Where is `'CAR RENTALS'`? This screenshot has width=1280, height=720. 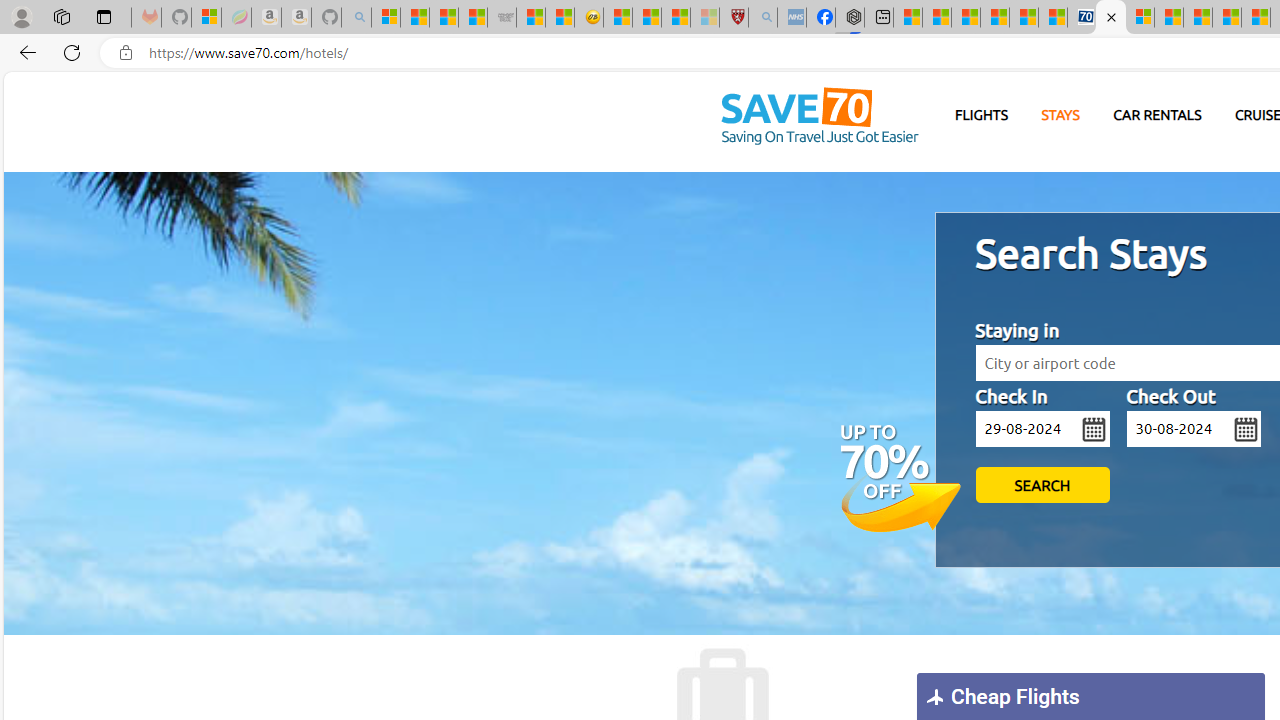
'CAR RENTALS' is located at coordinates (1157, 115).